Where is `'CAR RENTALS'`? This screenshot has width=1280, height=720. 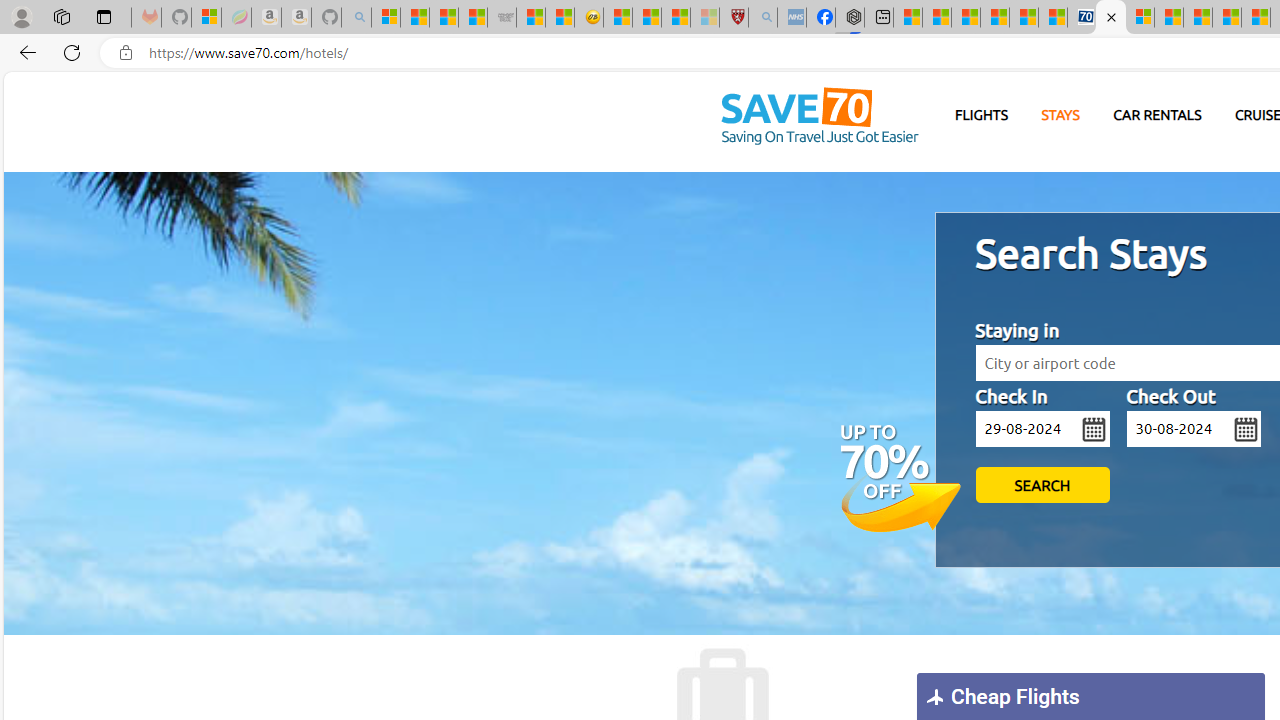
'CAR RENTALS' is located at coordinates (1157, 115).